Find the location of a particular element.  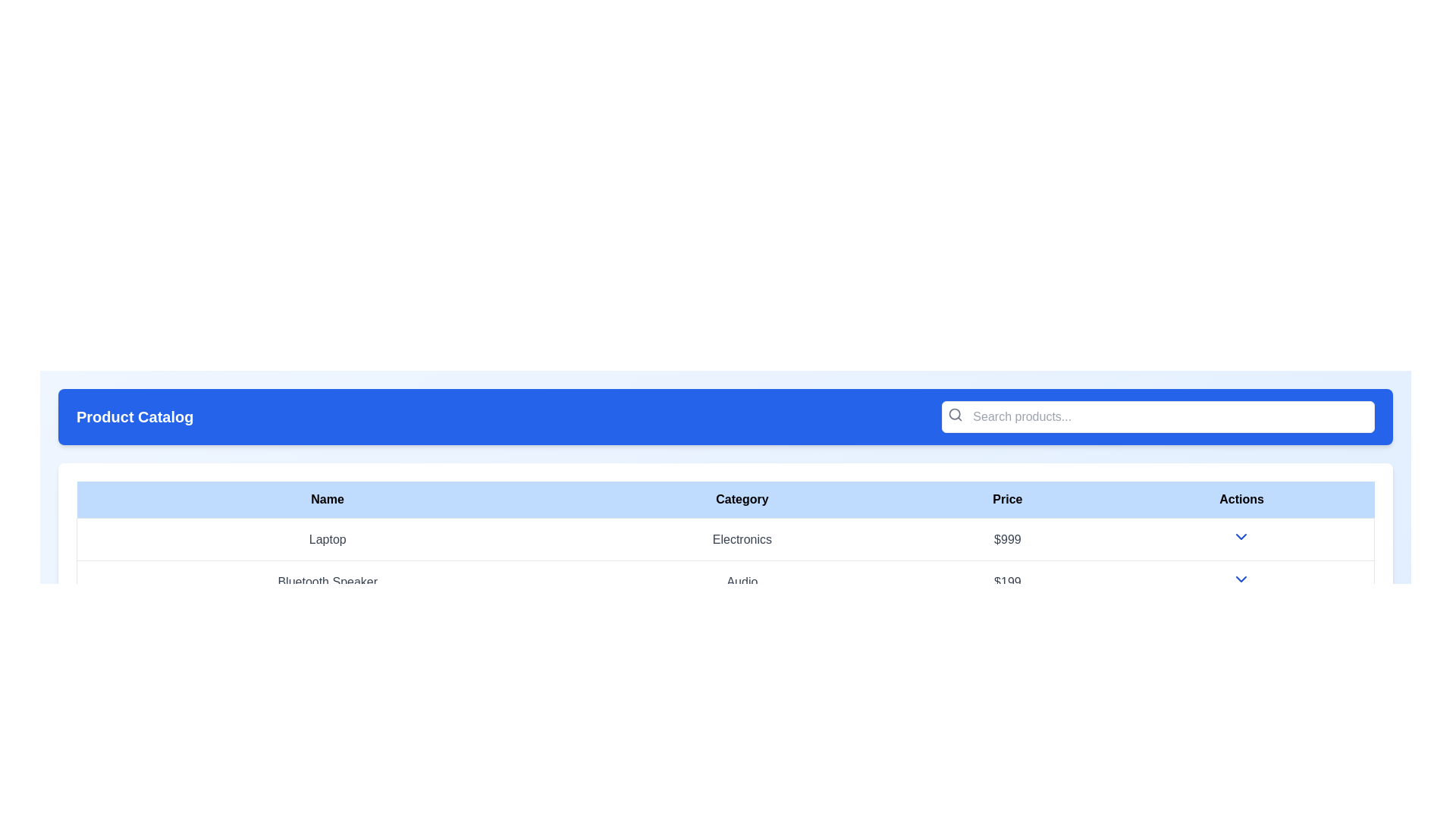

the search icon located at the top-left corner of the input field with the placeholder 'Search products...' is located at coordinates (954, 415).